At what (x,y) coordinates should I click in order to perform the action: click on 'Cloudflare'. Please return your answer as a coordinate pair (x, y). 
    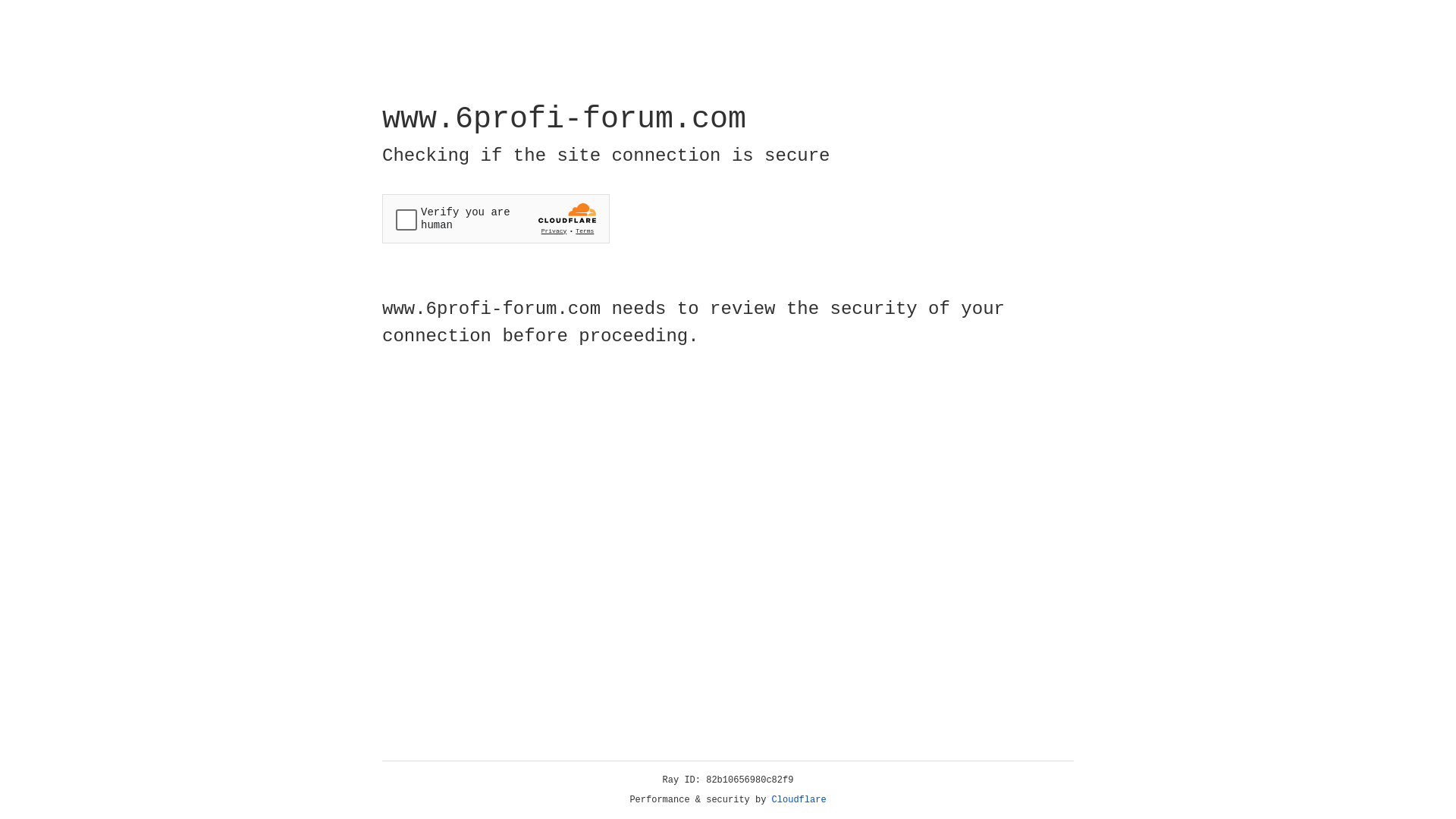
    Looking at the image, I should click on (799, 799).